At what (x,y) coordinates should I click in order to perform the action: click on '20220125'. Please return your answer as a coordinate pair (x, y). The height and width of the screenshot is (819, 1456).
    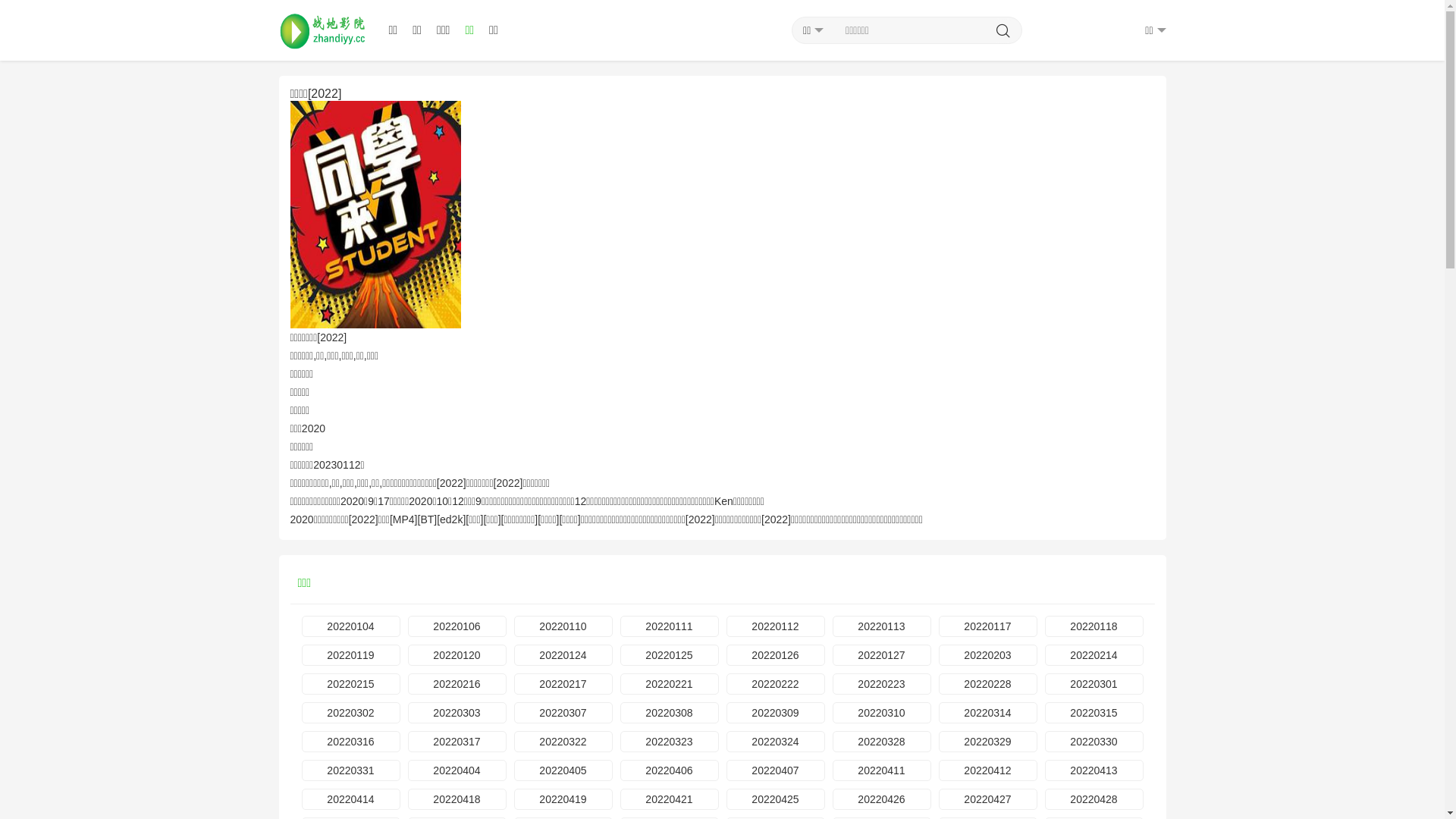
    Looking at the image, I should click on (669, 654).